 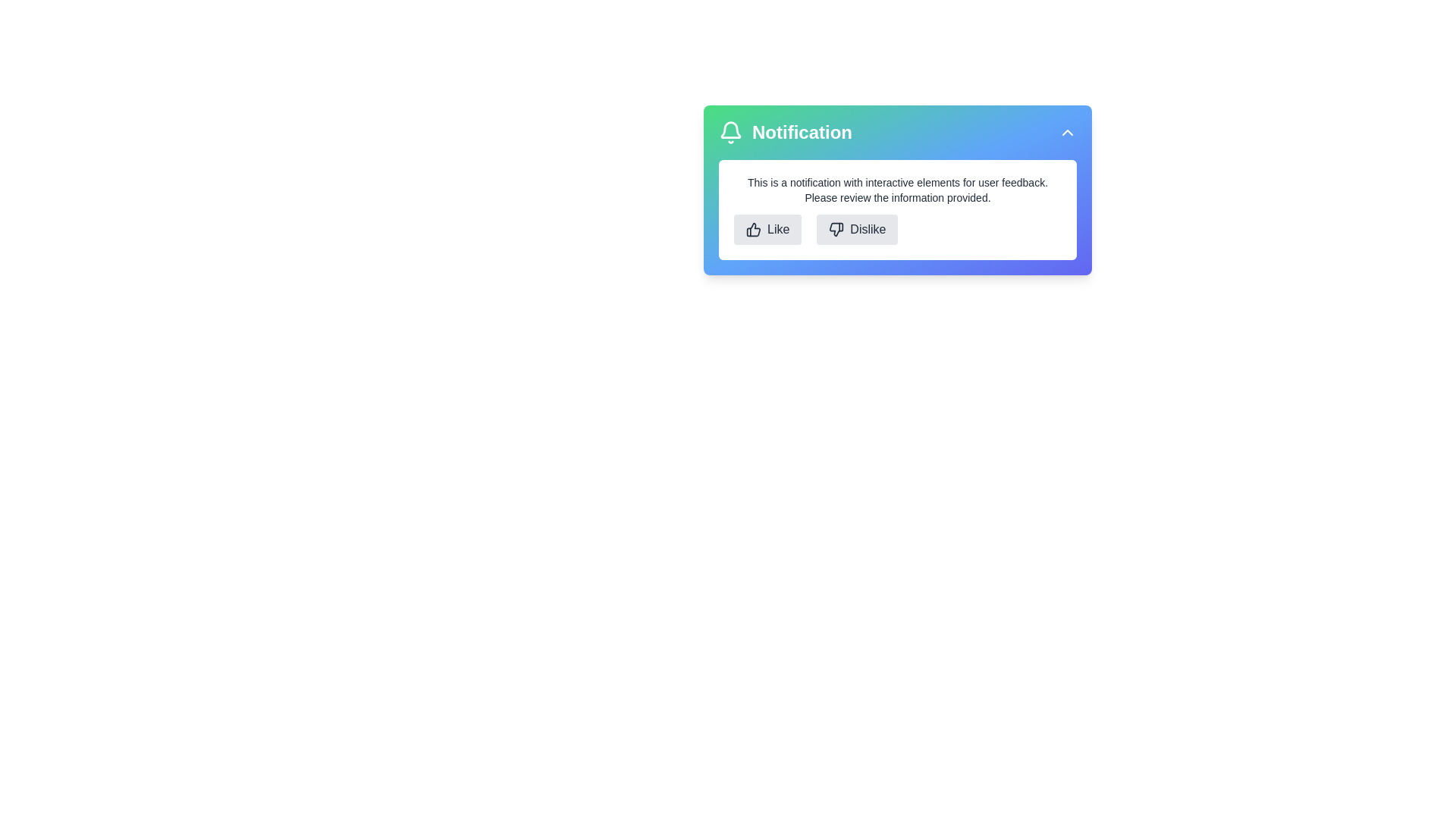 I want to click on the Dislike button to provide feedback, so click(x=857, y=230).